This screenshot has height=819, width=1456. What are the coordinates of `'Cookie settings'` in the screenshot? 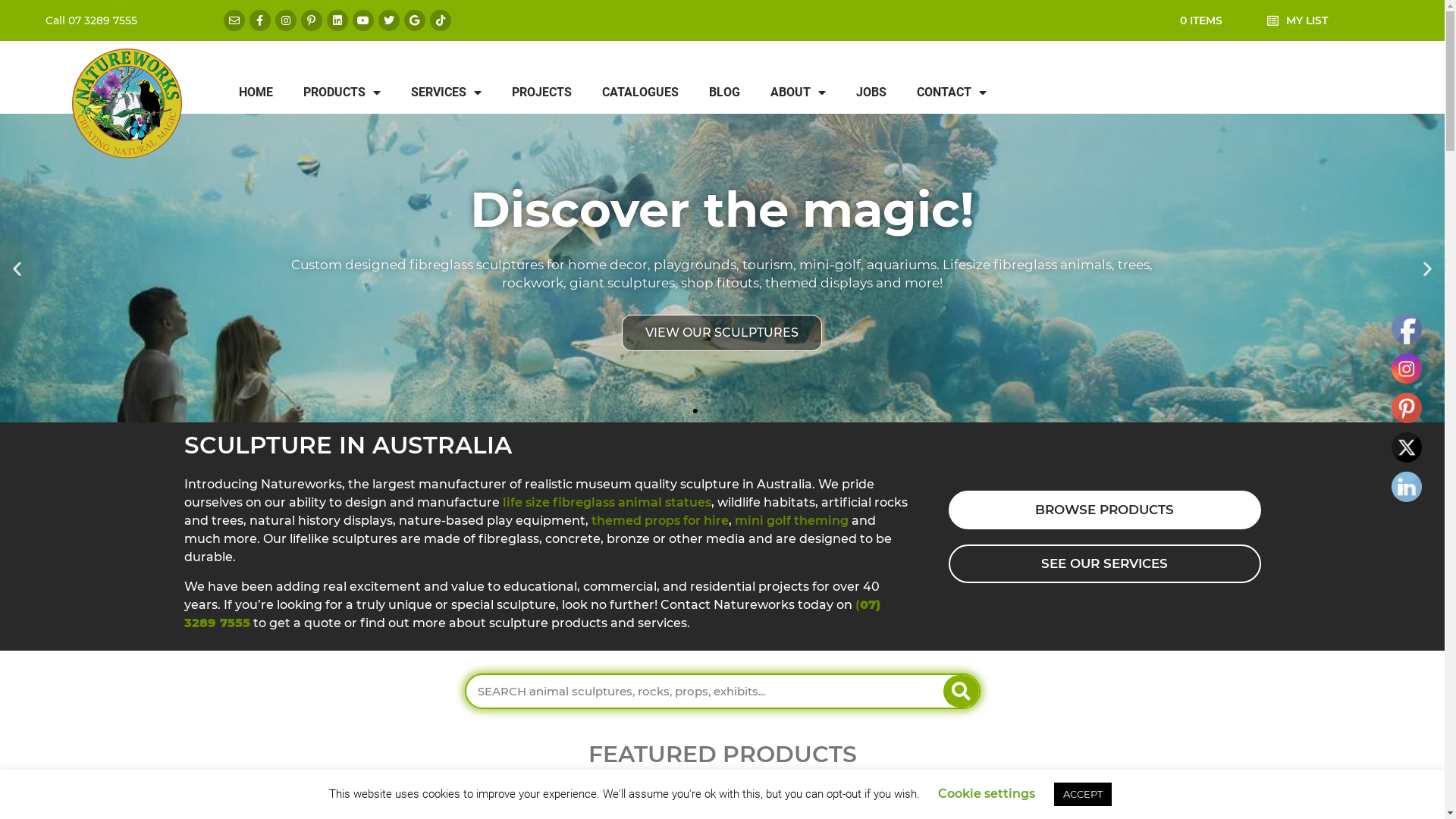 It's located at (986, 792).